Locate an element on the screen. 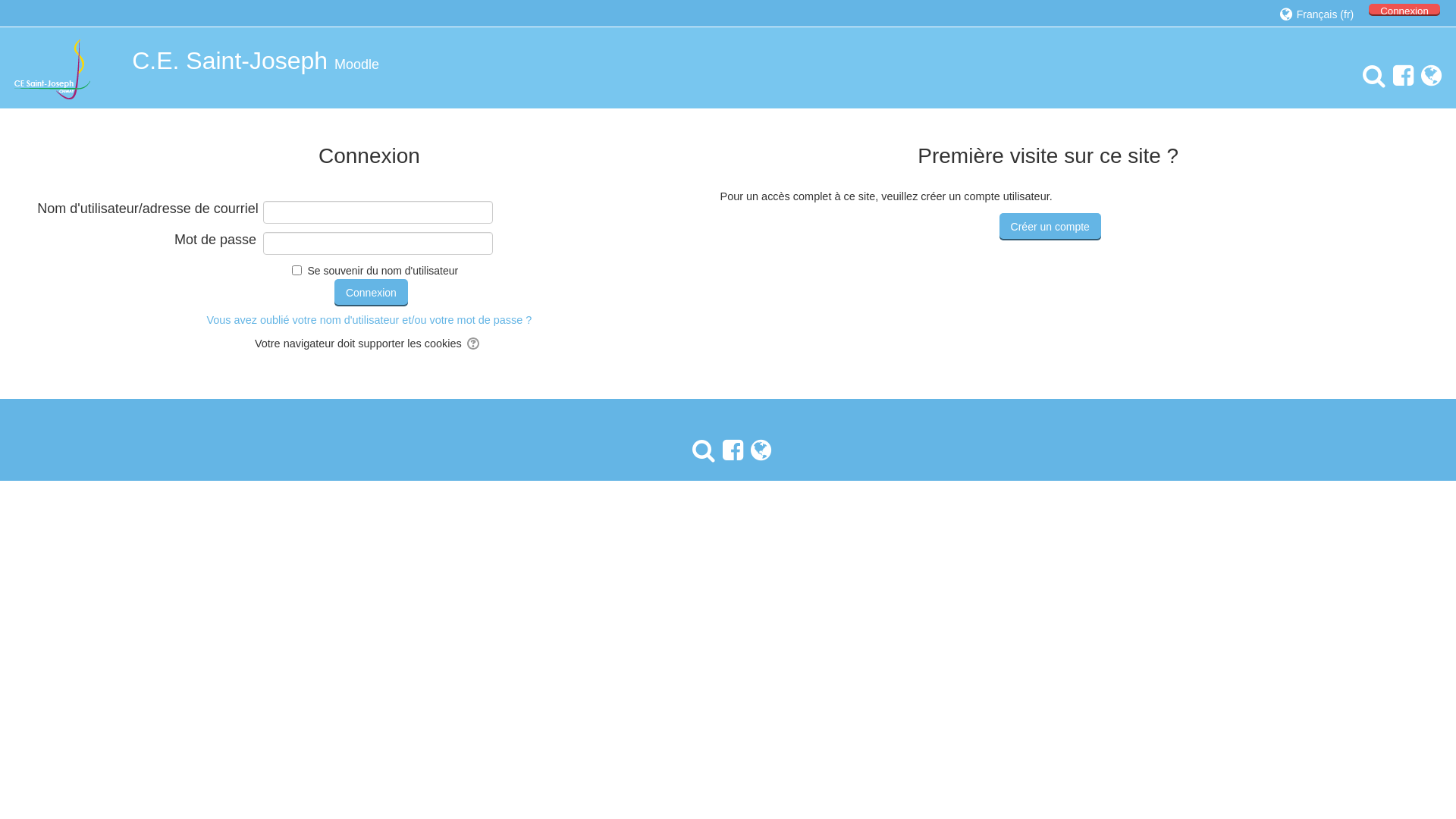  'Facebook' is located at coordinates (1385, 76).